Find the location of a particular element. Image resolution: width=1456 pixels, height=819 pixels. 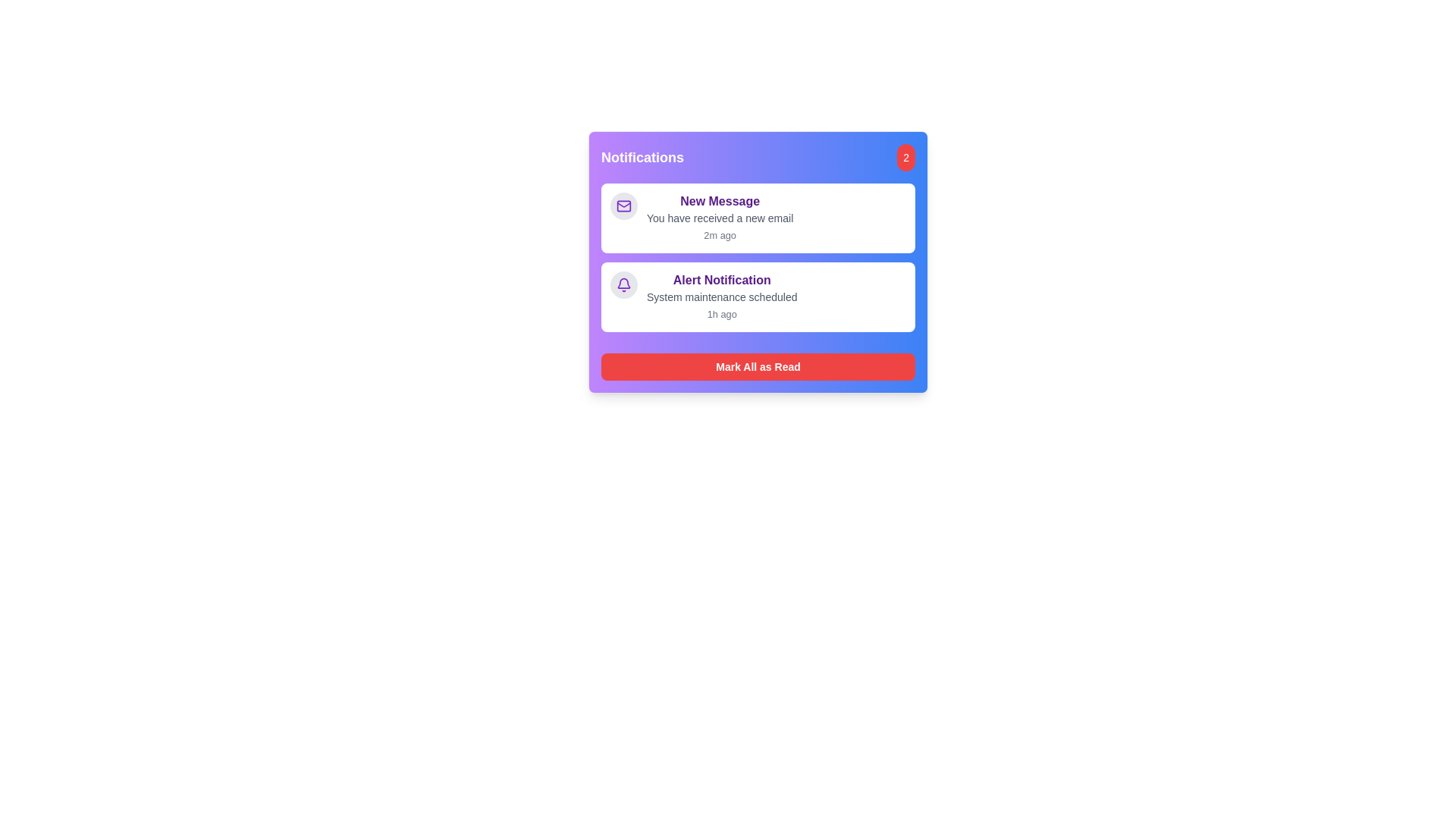

the Notification item card displaying system maintenance information, located in the second slot of the Notifications panel, to access its context options is located at coordinates (758, 256).